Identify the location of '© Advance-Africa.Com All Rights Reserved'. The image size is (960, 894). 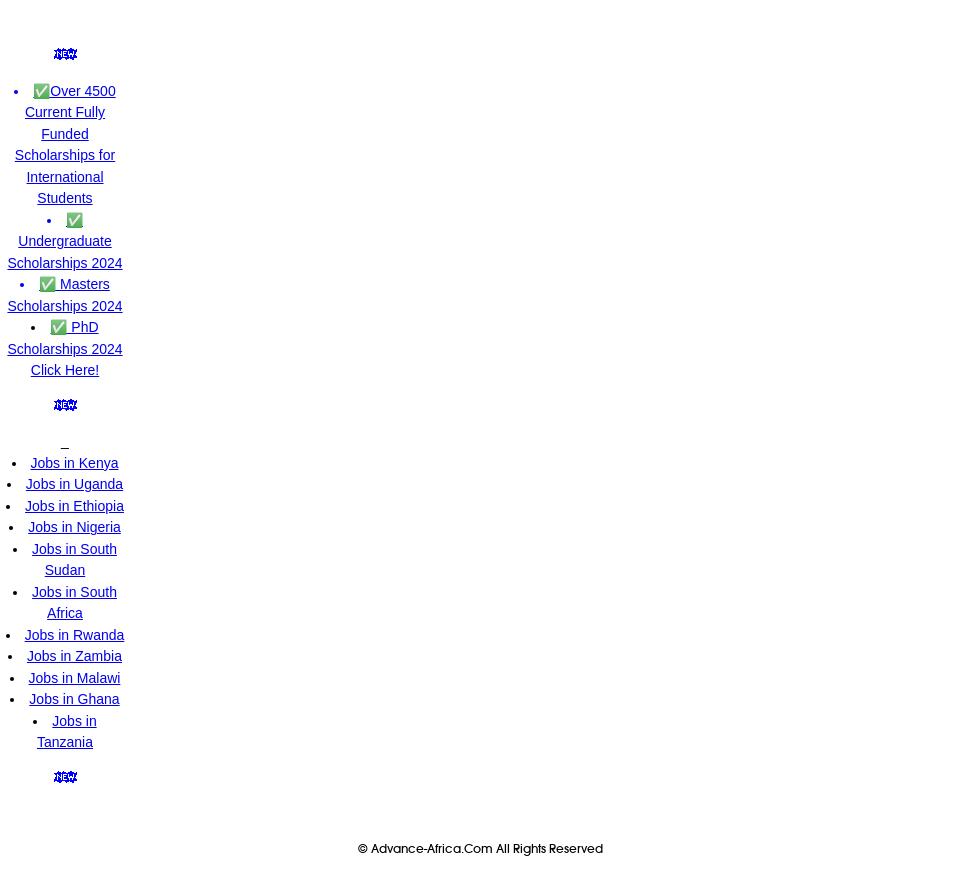
(357, 847).